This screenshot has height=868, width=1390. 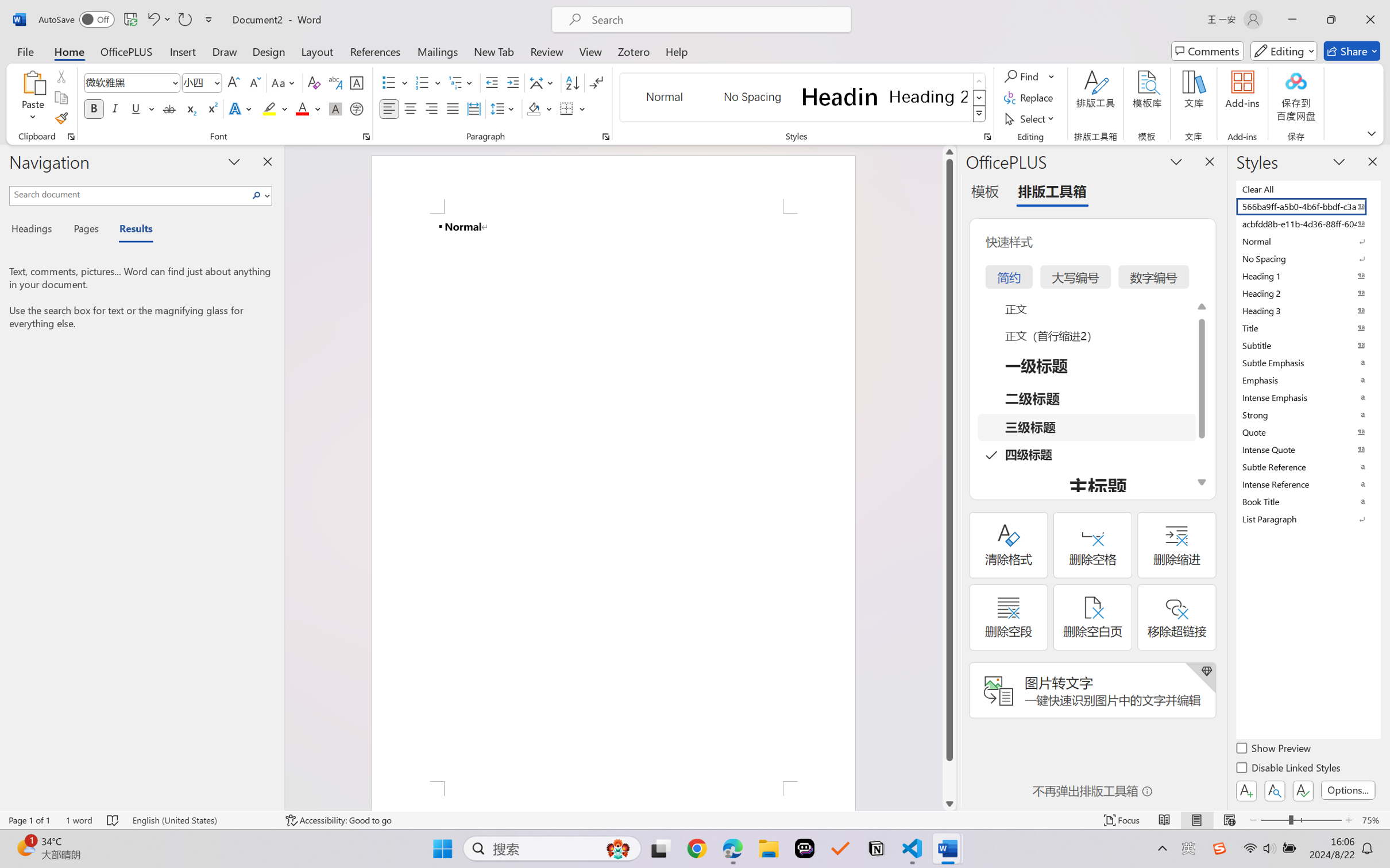 I want to click on 'List Paragraph', so click(x=1307, y=518).